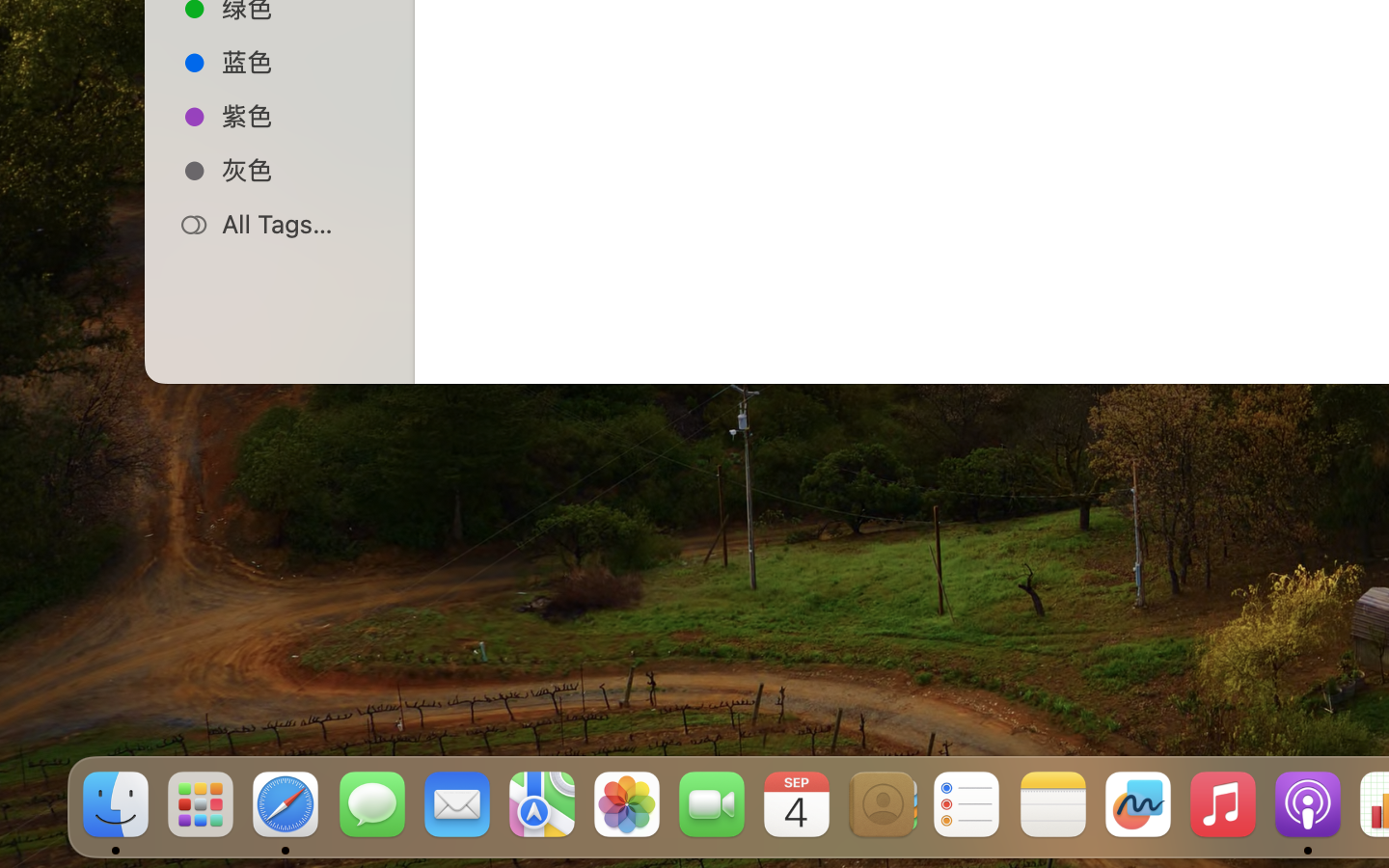 The image size is (1389, 868). I want to click on '灰色', so click(300, 170).